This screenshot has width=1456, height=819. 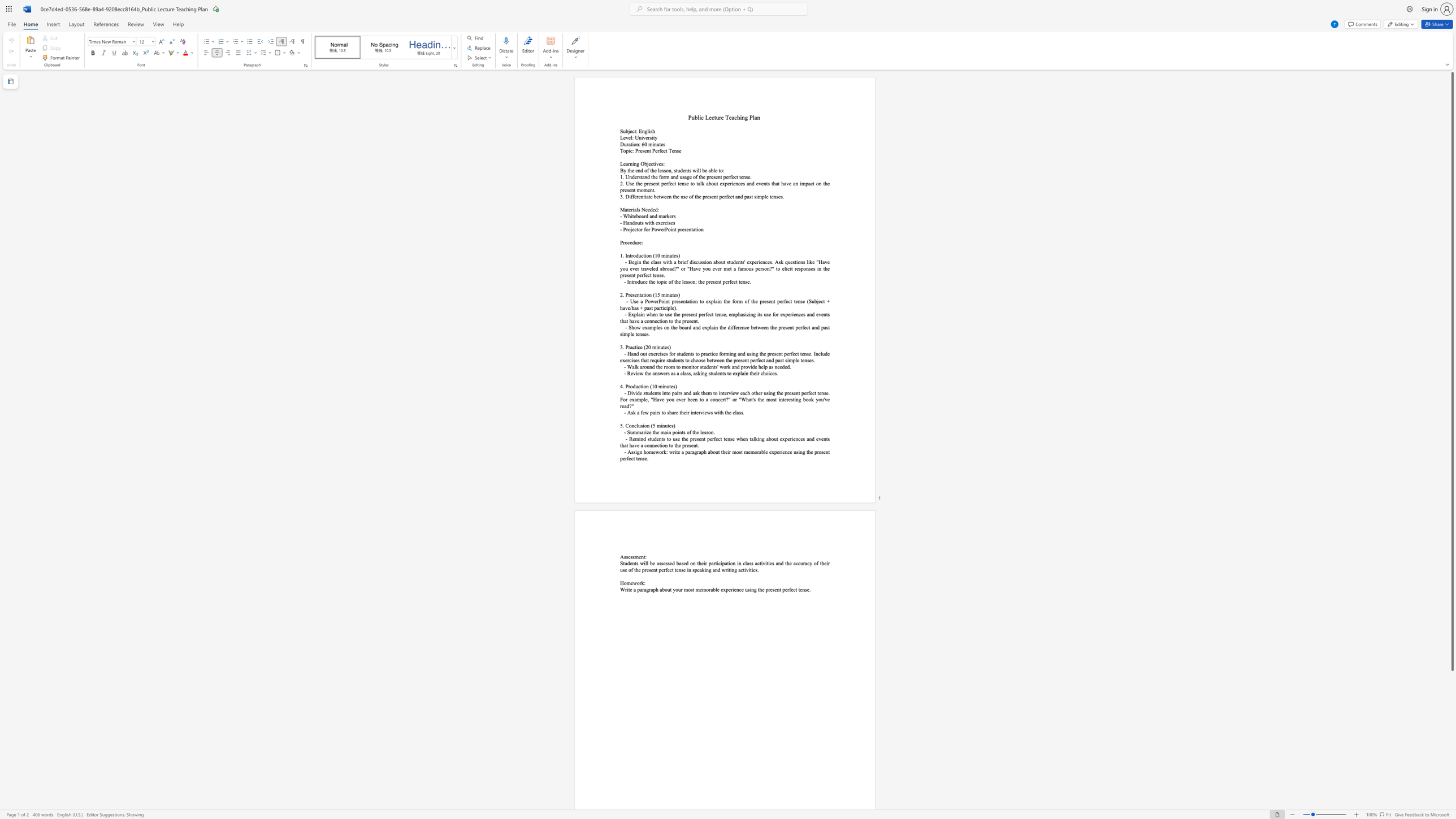 I want to click on the subset text "gli" within the text "Subject: English", so click(x=644, y=131).